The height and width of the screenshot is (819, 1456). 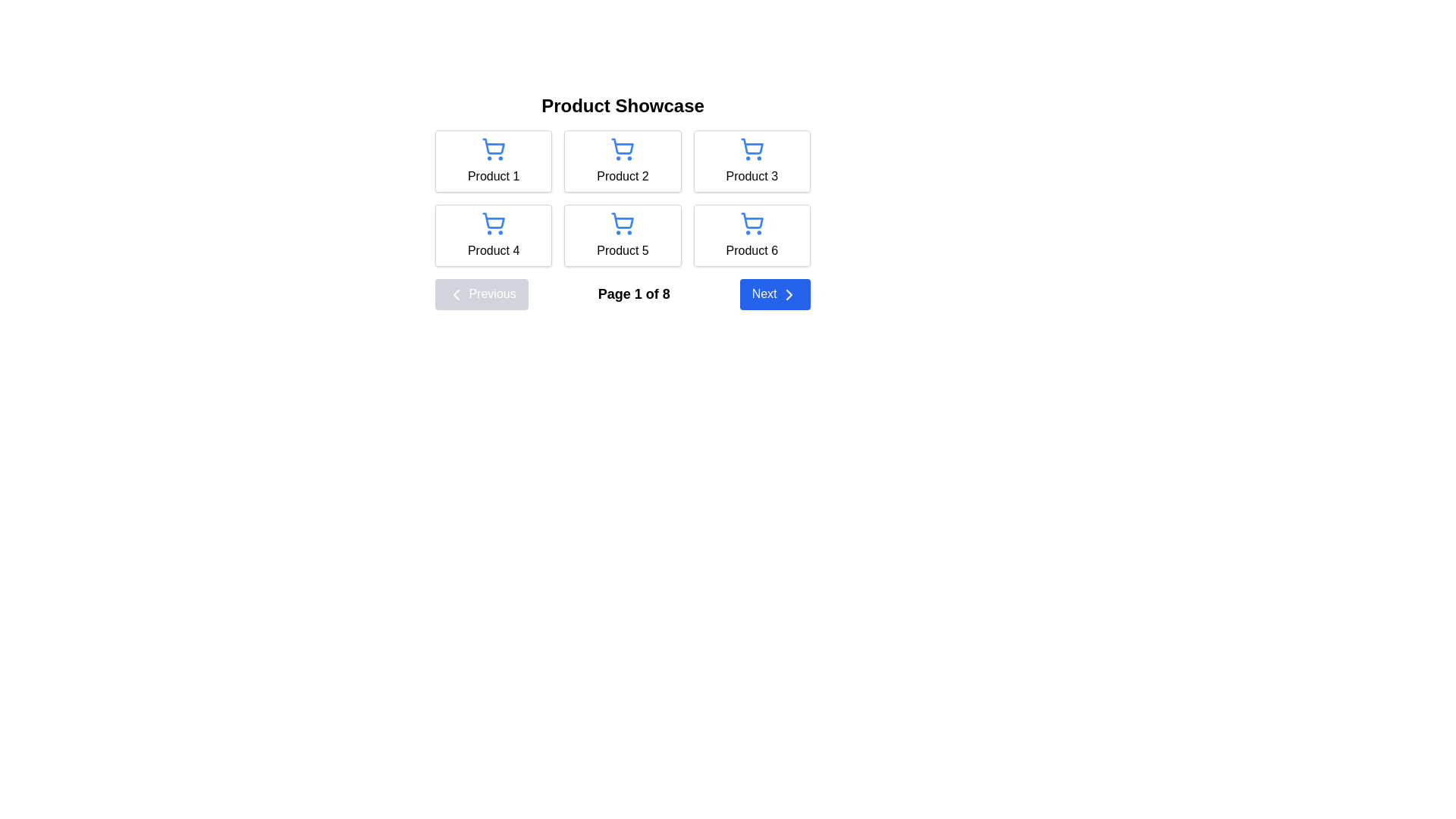 I want to click on the text label displaying 'Product 3', which is centrally positioned below a blue shopping cart icon in the third box of the first row, so click(x=752, y=175).